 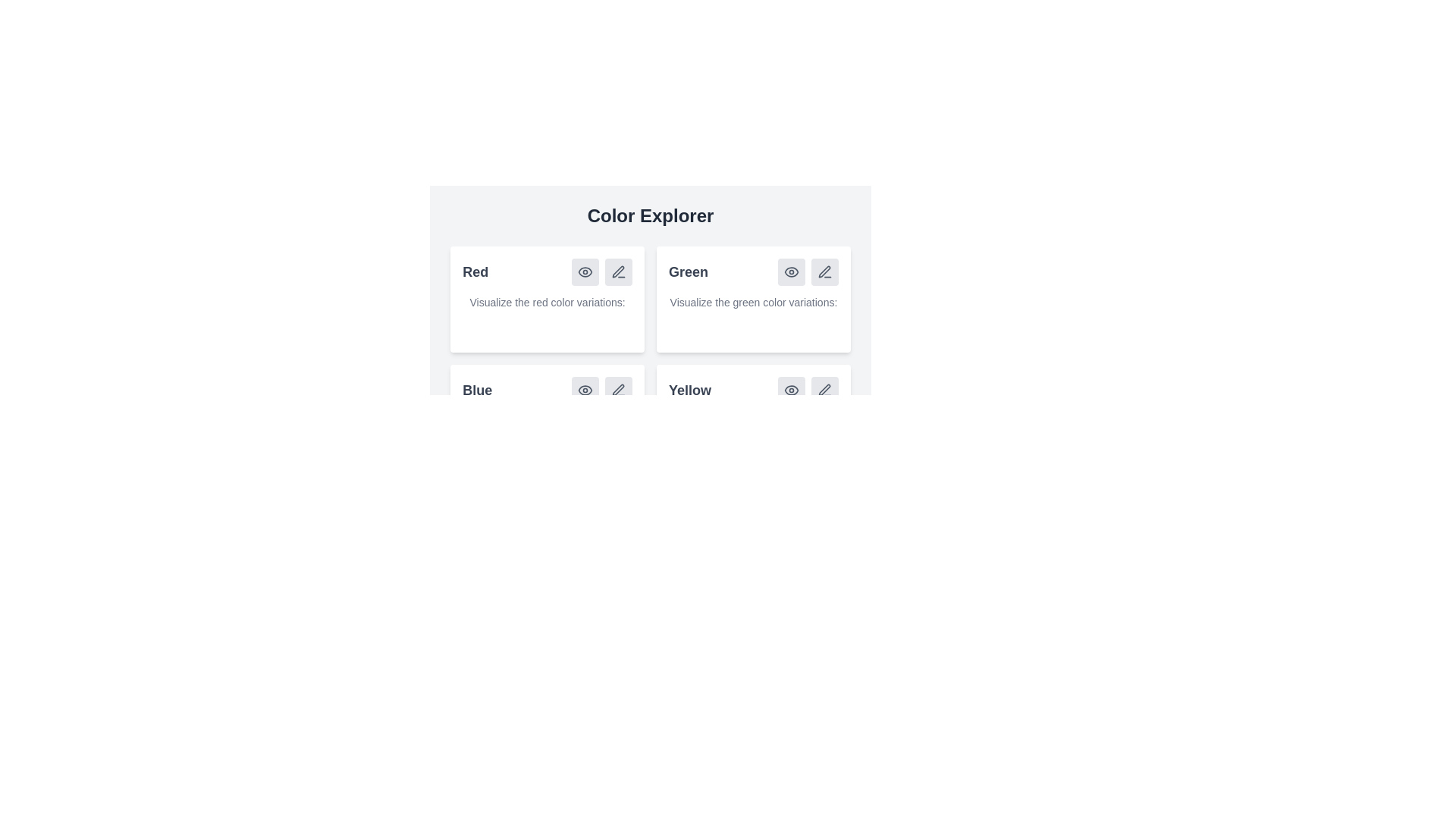 What do you see at coordinates (824, 271) in the screenshot?
I see `the pen icon, which symbolizes an edit action, located to the right of the 'Green' card in the Color Explorer section of the interface` at bounding box center [824, 271].